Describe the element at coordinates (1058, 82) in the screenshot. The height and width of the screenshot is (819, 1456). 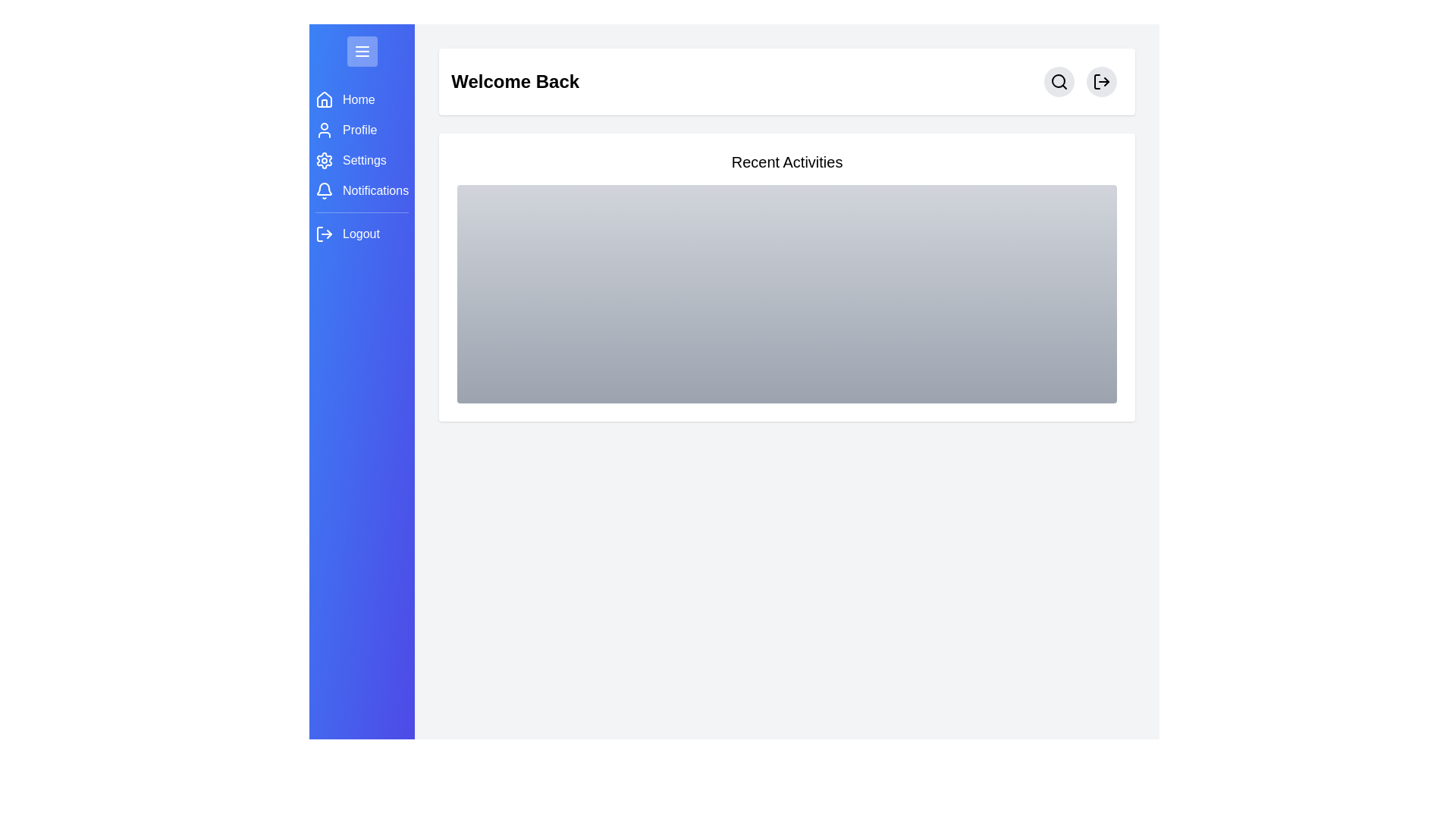
I see `the search icon located at the top right corner of the header section, which is contained within a rounded rectangle with a gray background` at that location.